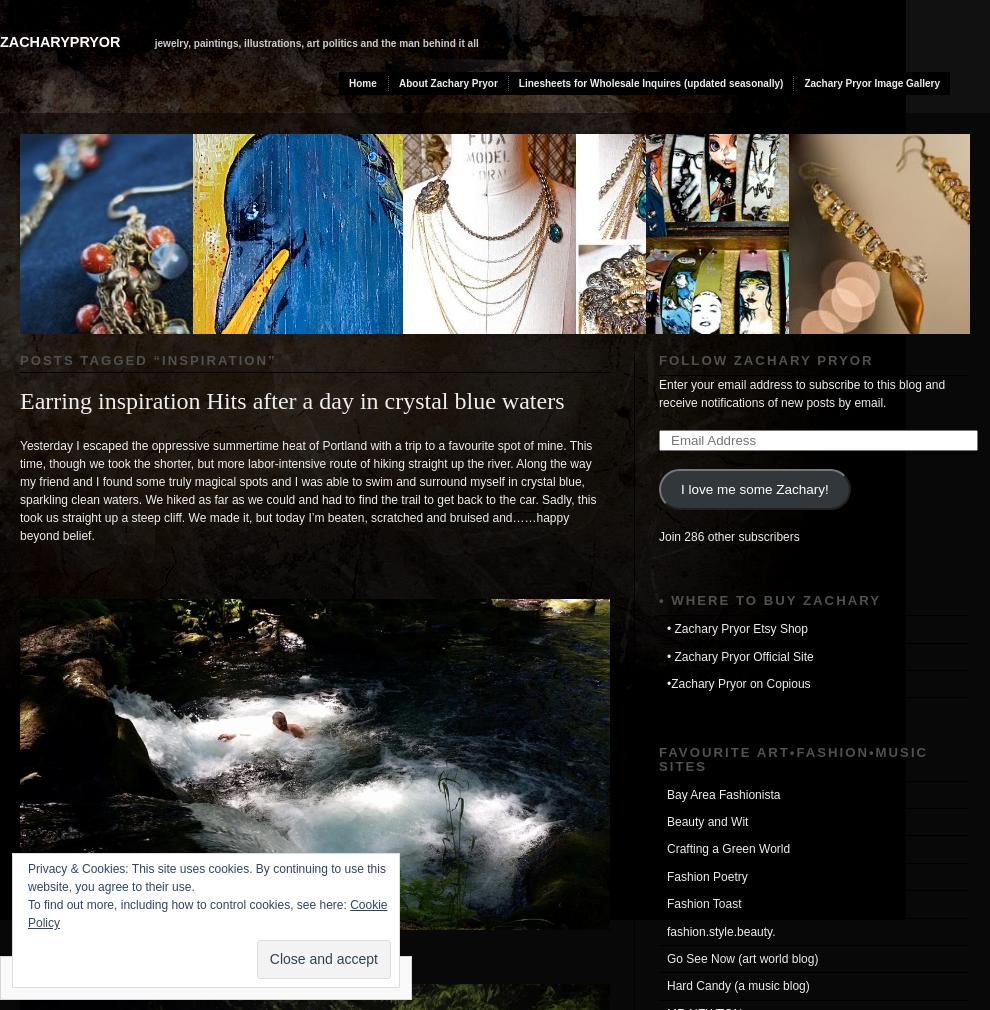  What do you see at coordinates (306, 490) in the screenshot?
I see `'Yesterday I escaped the oppressive summertime heat of Portland with a trip to a favourite spot of mine. This time, though we took the shorter, but more labor-intensive route of hiking straight up the river. Along the way my friend and I found some truly magical spots and I was able to swim and surround myself in crystal blue, sparkling clean waters. We hiked as far as we could and had to find the trail to get back to the car. Sadly, this took us straight up a steep cliff. We made it, but today I’m beaten, scratched and bruised and……happy beyond belief.'` at bounding box center [306, 490].